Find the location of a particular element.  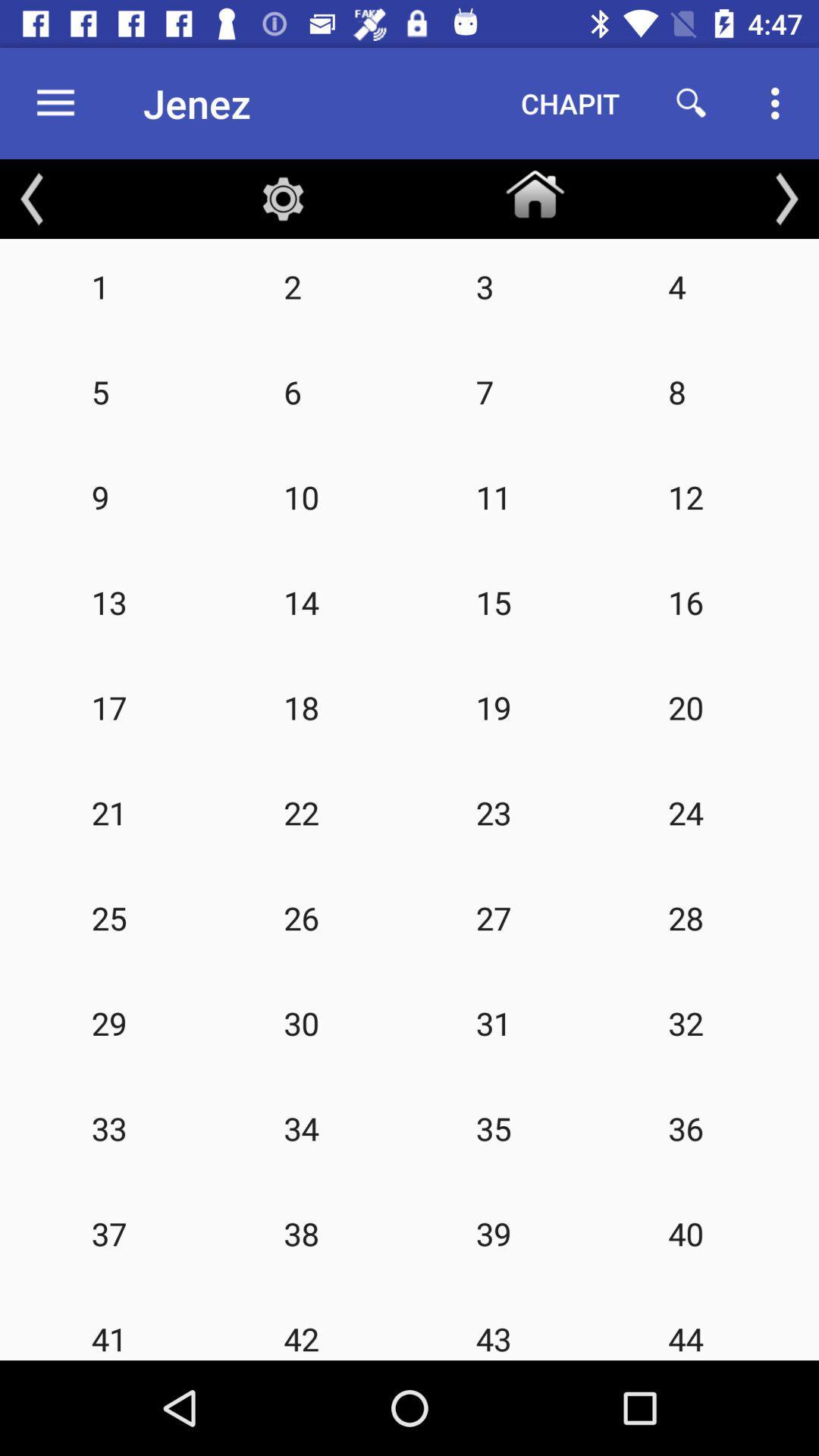

the home icon is located at coordinates (534, 190).